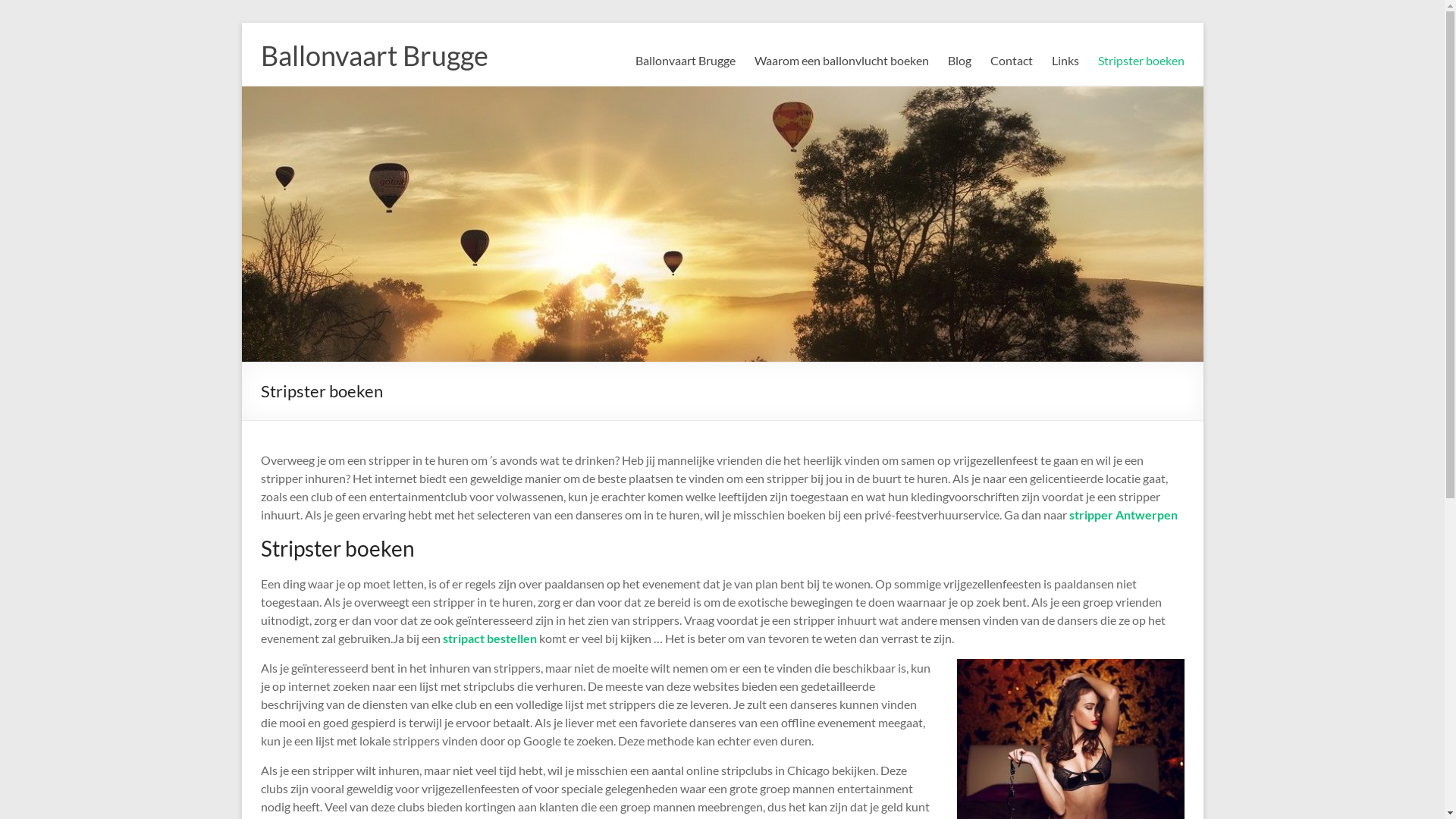 The image size is (1456, 819). I want to click on 'Ballonvaart Brugge', so click(684, 60).